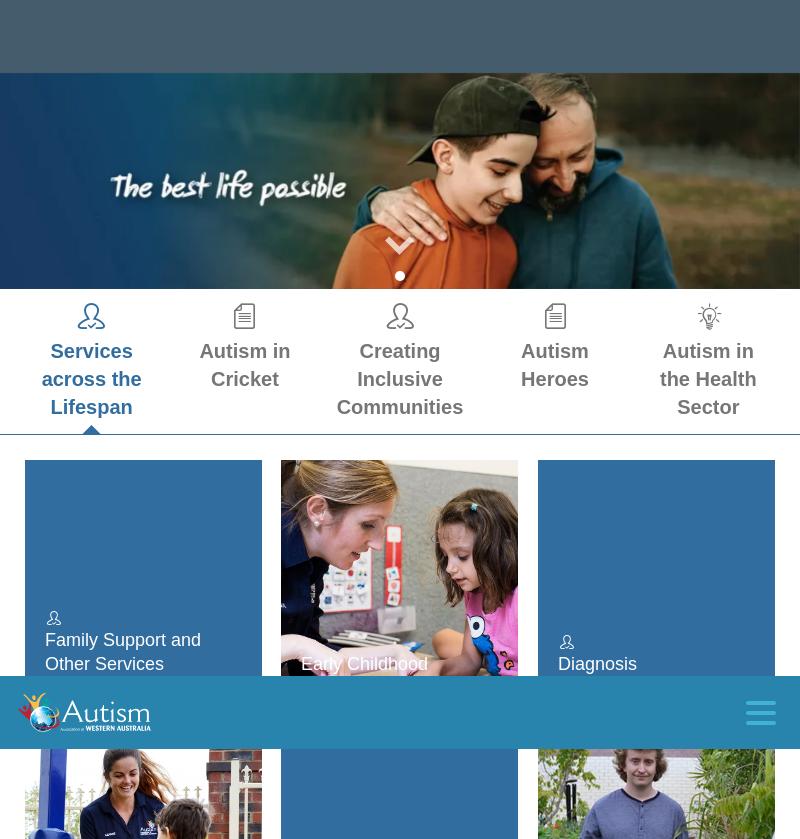  I want to click on 'Email', so click(64, 571).